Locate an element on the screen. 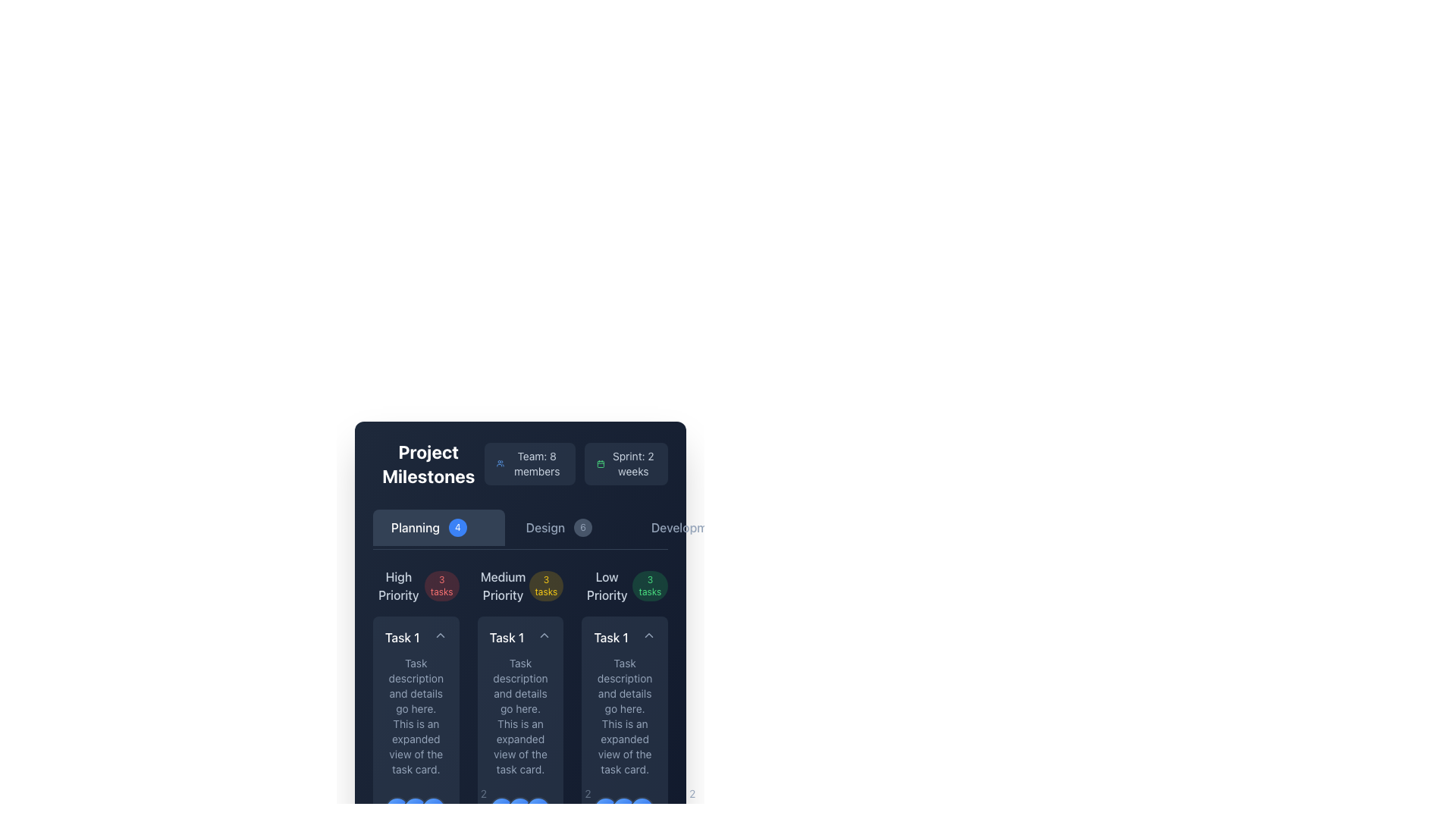 The image size is (1456, 819). the text label displaying 'Task 1' within the 'High Priority' column of the task card layout in the 'Planning' section of the 'Project Milestones' area is located at coordinates (402, 637).